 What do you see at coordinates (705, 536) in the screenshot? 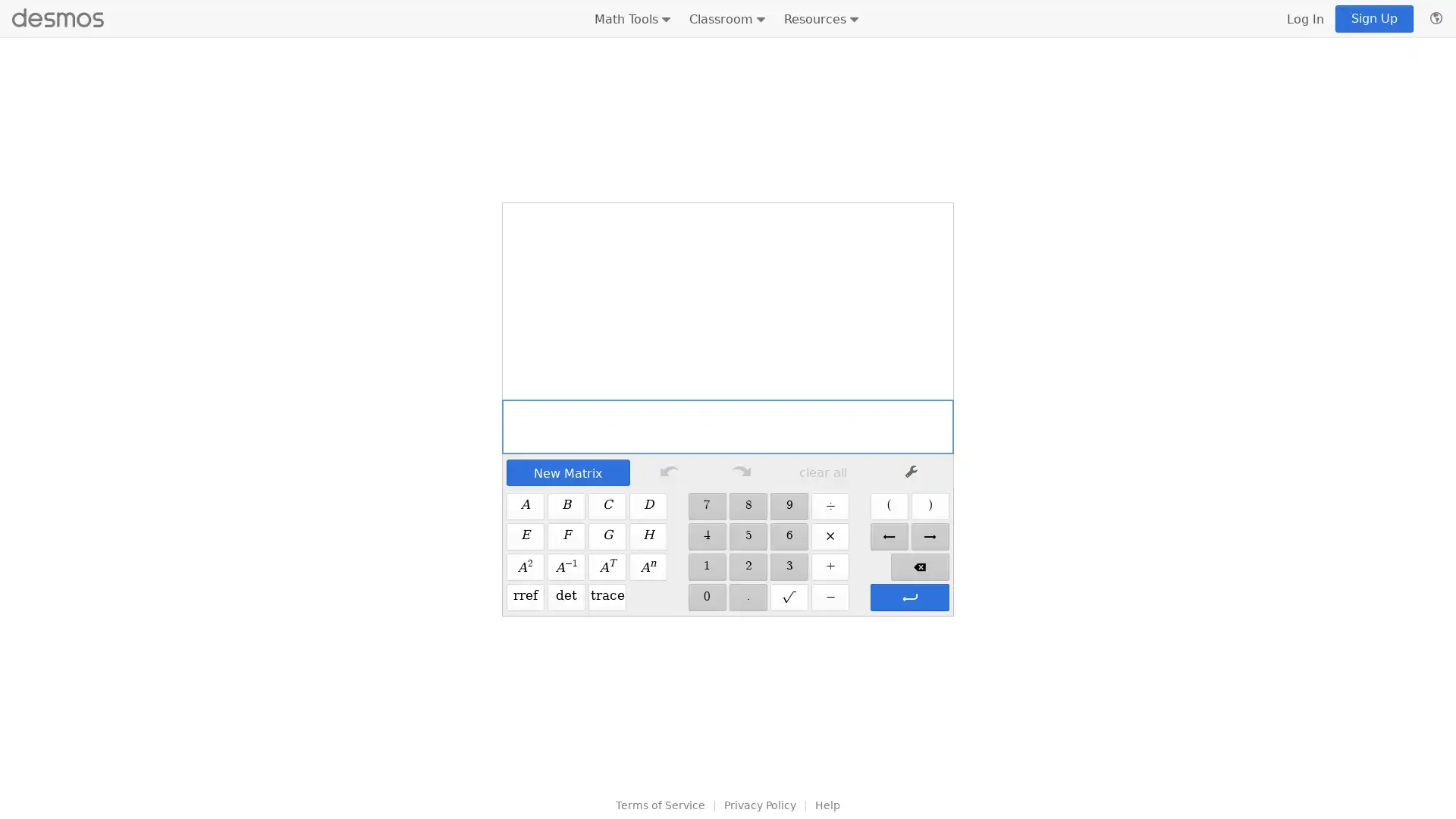
I see `4` at bounding box center [705, 536].